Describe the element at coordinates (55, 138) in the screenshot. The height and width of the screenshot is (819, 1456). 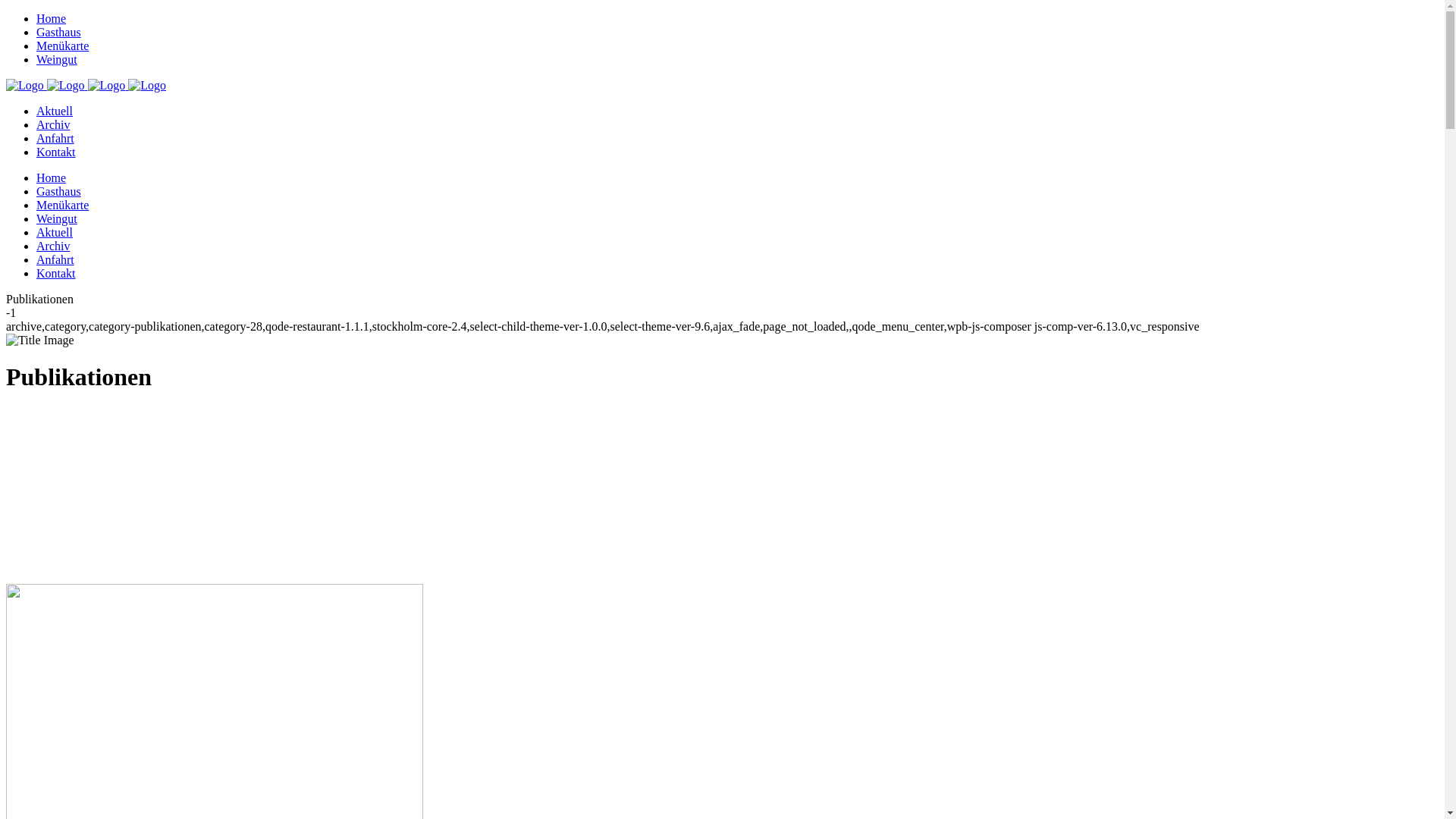
I see `'Anfahrt'` at that location.